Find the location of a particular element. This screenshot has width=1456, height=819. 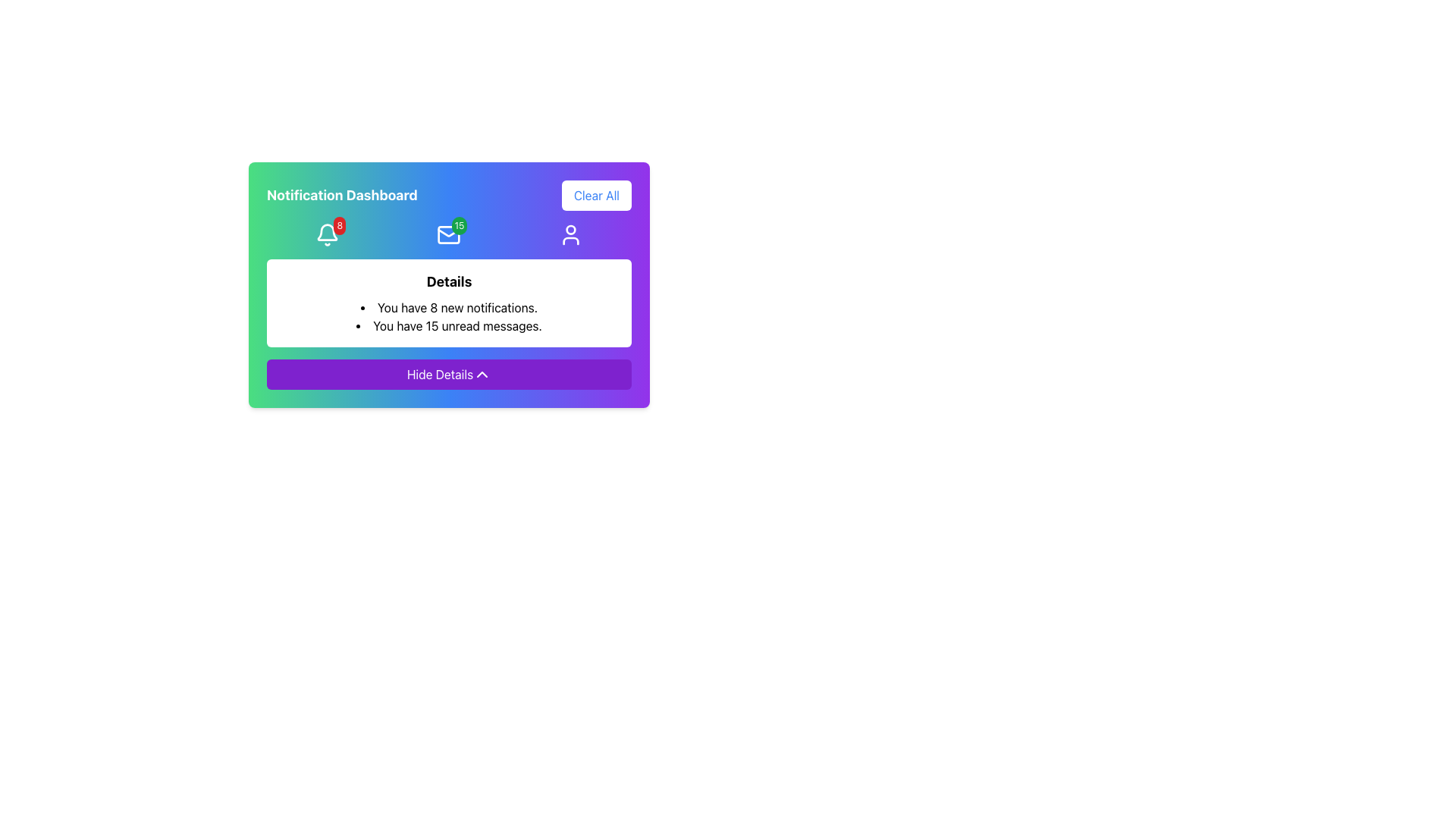

text element that is embedded within a button, which represents the action to hide displayed details, located at the center of the purple rectangular area at the bottom of the interface is located at coordinates (439, 374).